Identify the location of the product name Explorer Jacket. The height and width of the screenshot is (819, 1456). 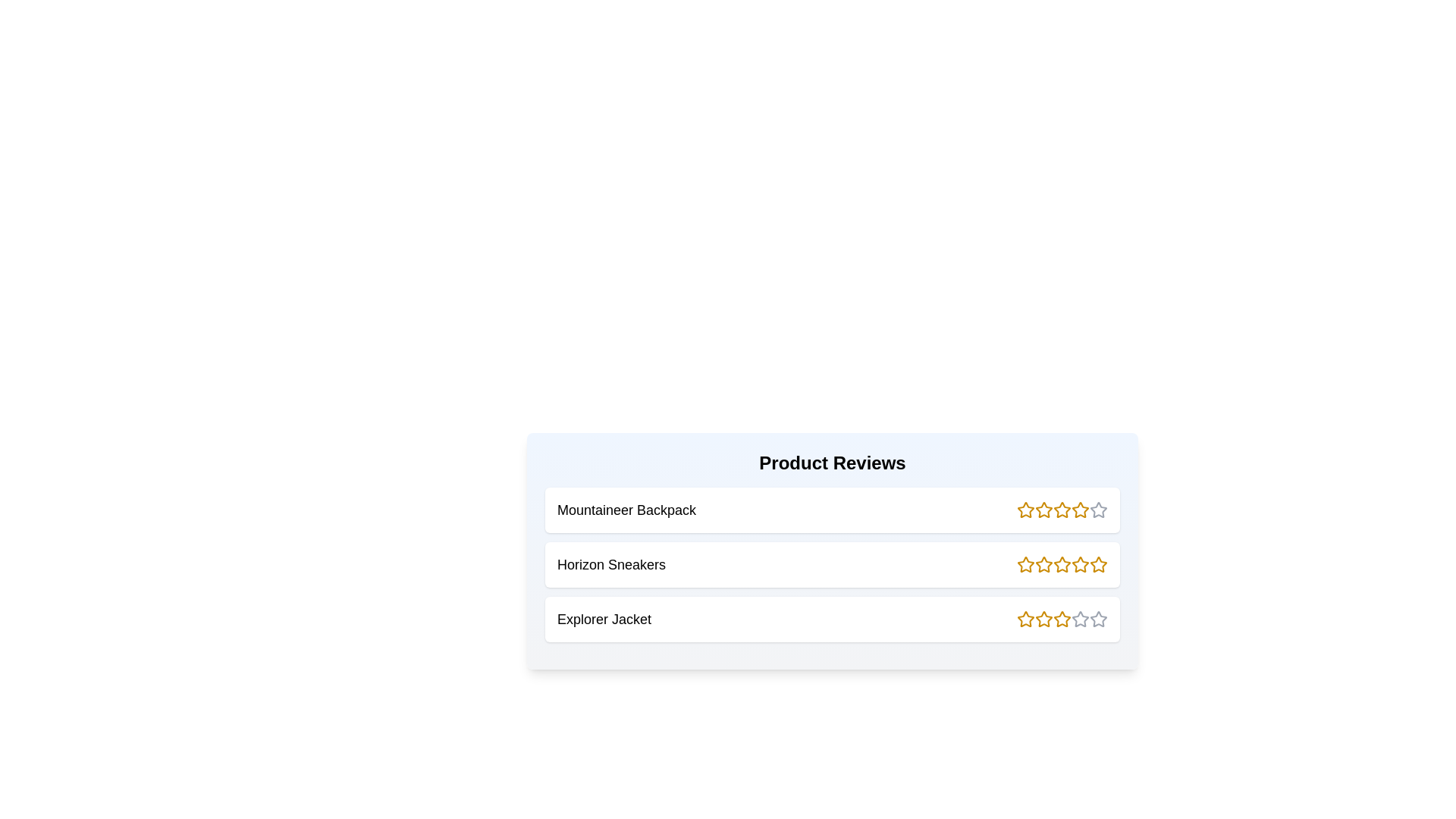
(603, 620).